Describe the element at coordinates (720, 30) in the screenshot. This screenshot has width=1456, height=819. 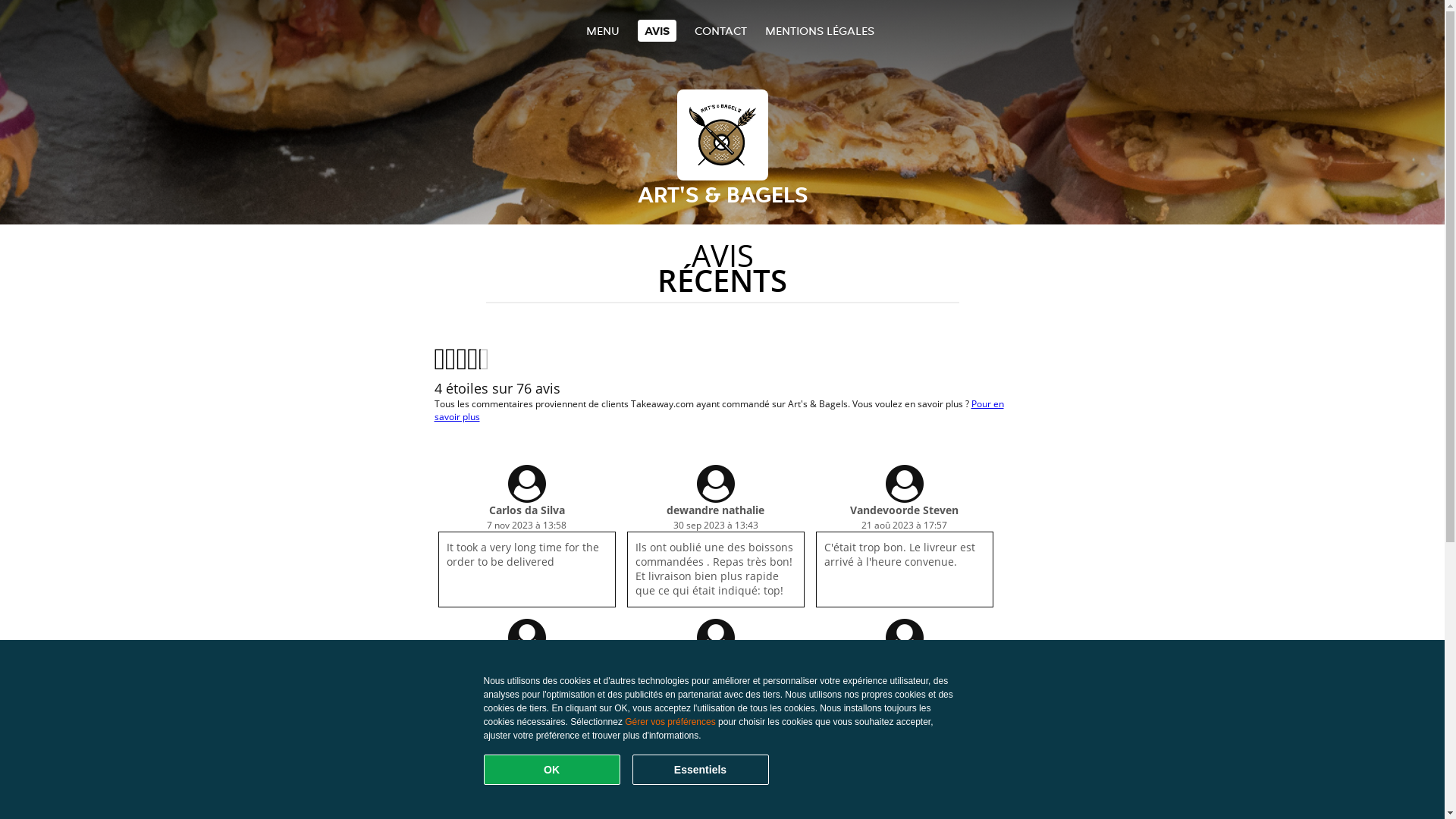
I see `'CONTACT'` at that location.